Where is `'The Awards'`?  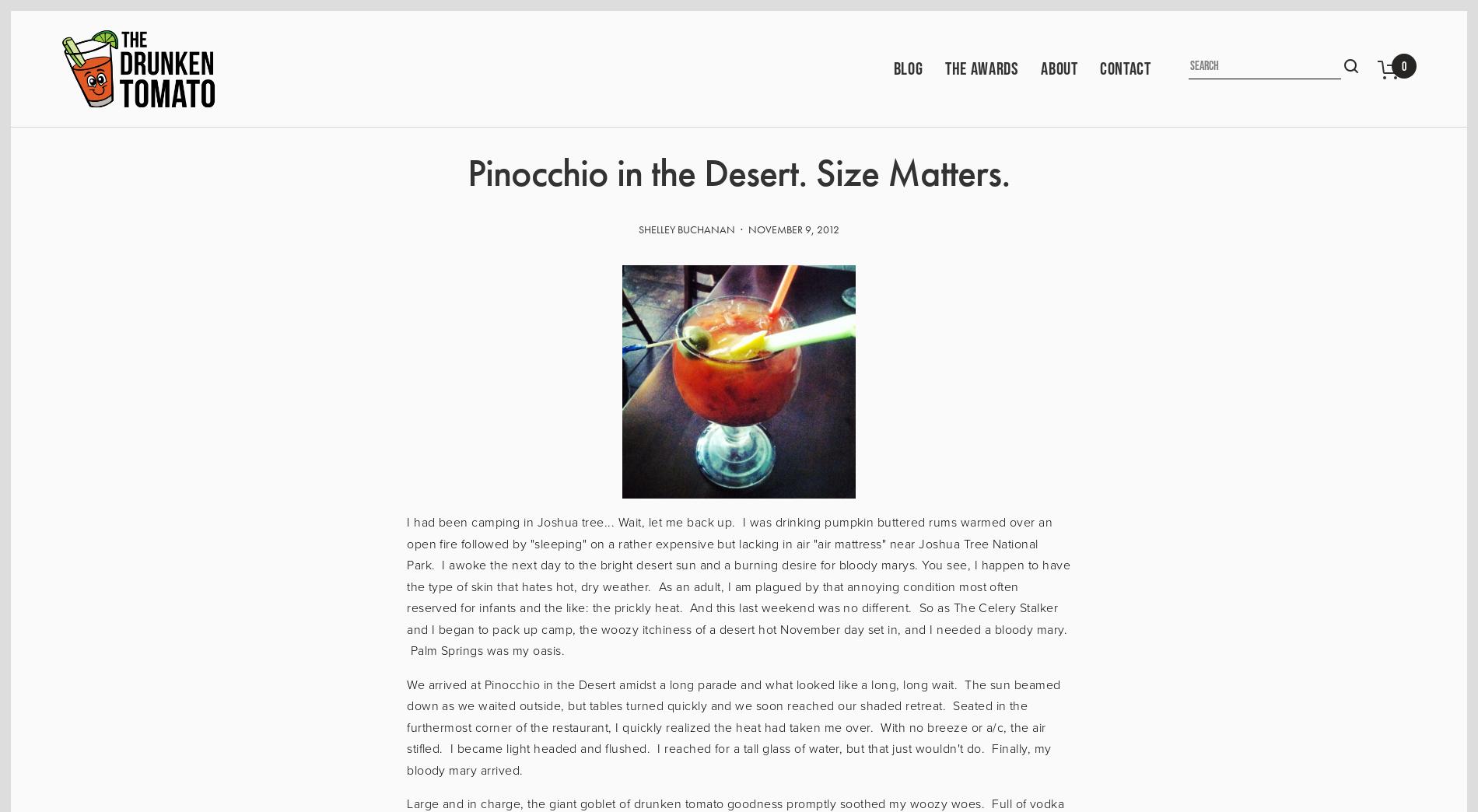
'The Awards' is located at coordinates (980, 67).